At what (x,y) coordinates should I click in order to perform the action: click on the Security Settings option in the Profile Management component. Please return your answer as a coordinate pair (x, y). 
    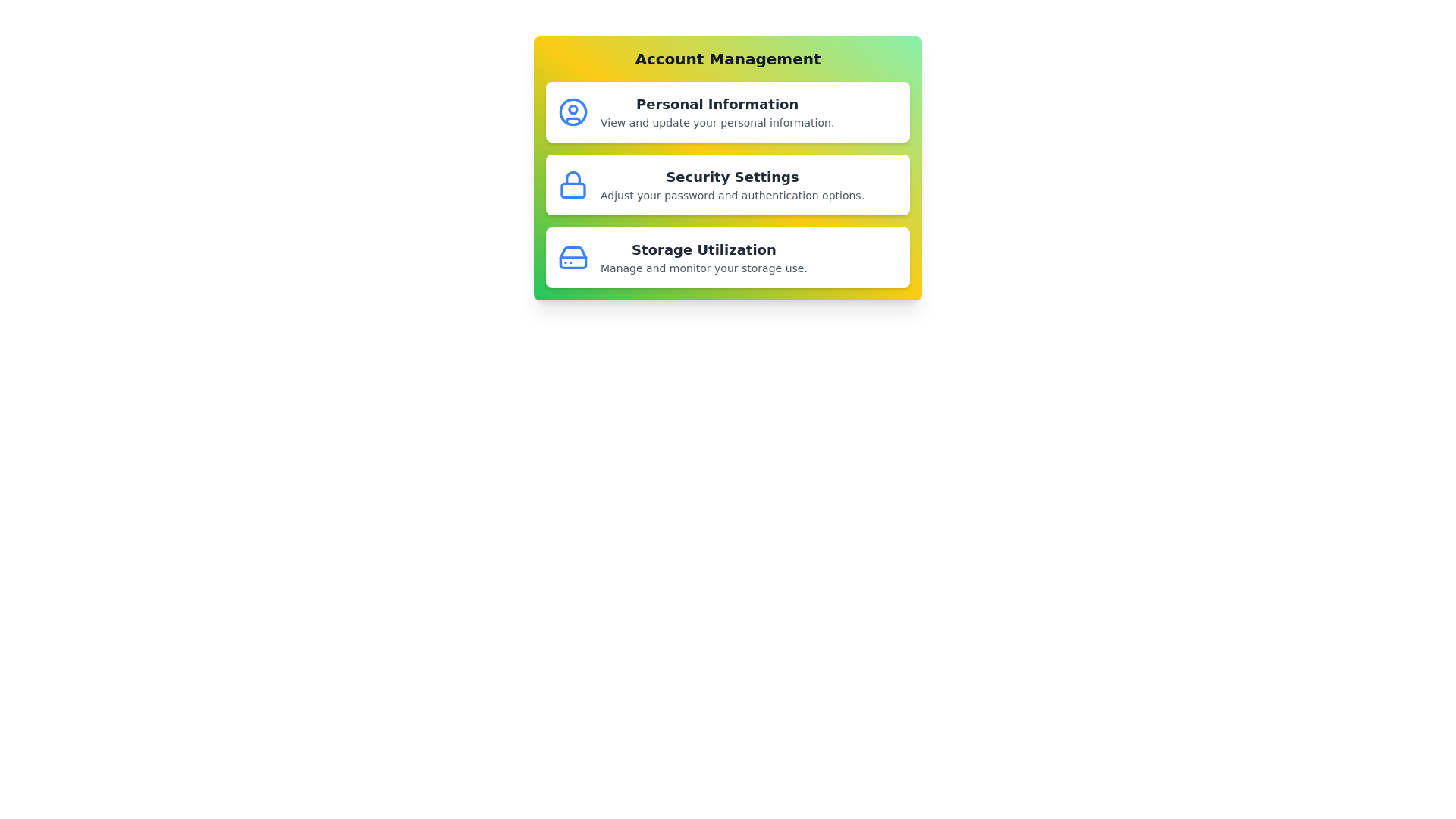
    Looking at the image, I should click on (728, 184).